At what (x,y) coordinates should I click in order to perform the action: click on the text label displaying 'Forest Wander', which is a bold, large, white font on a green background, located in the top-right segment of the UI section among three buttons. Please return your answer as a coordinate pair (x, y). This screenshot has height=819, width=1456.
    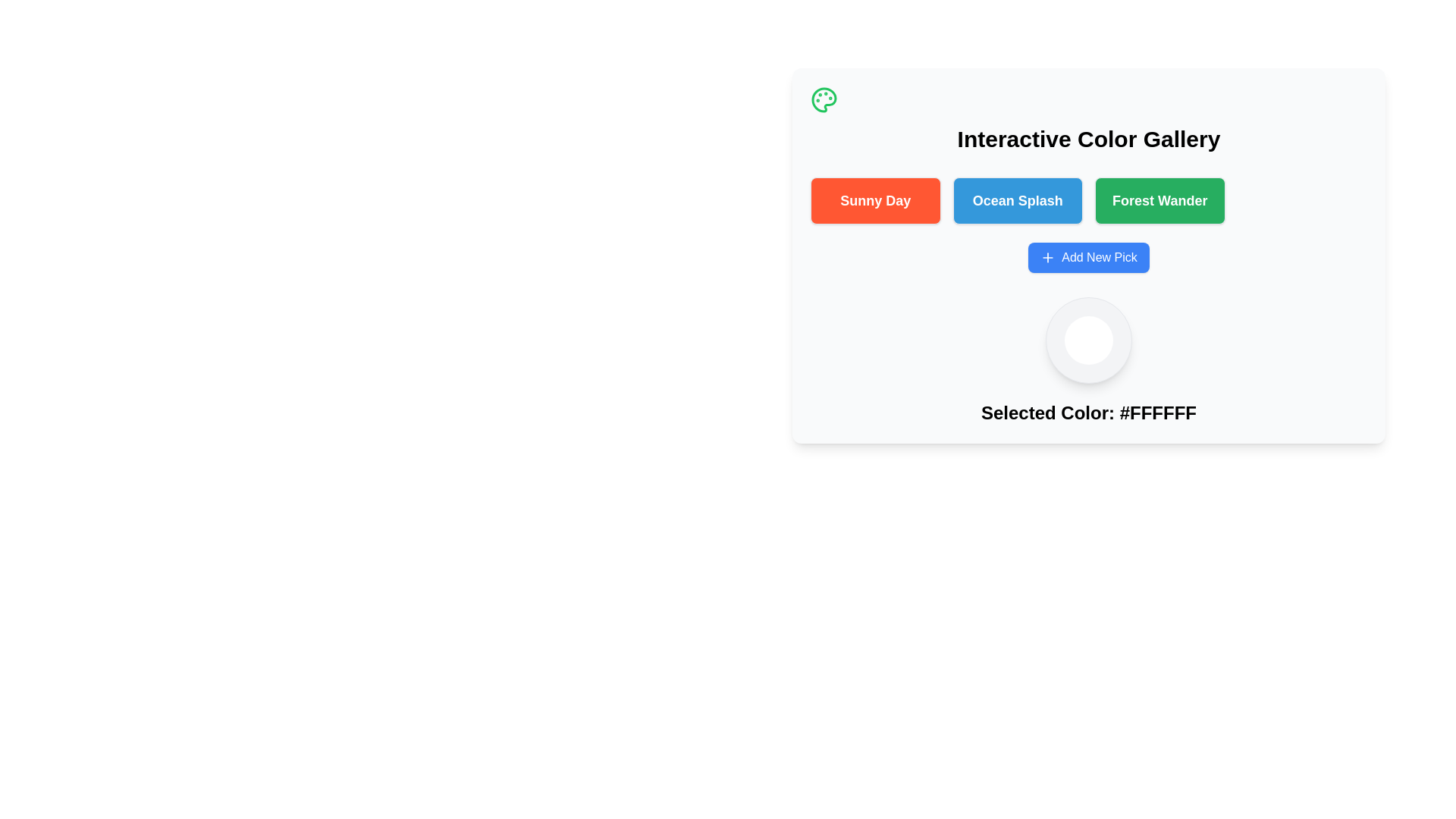
    Looking at the image, I should click on (1159, 200).